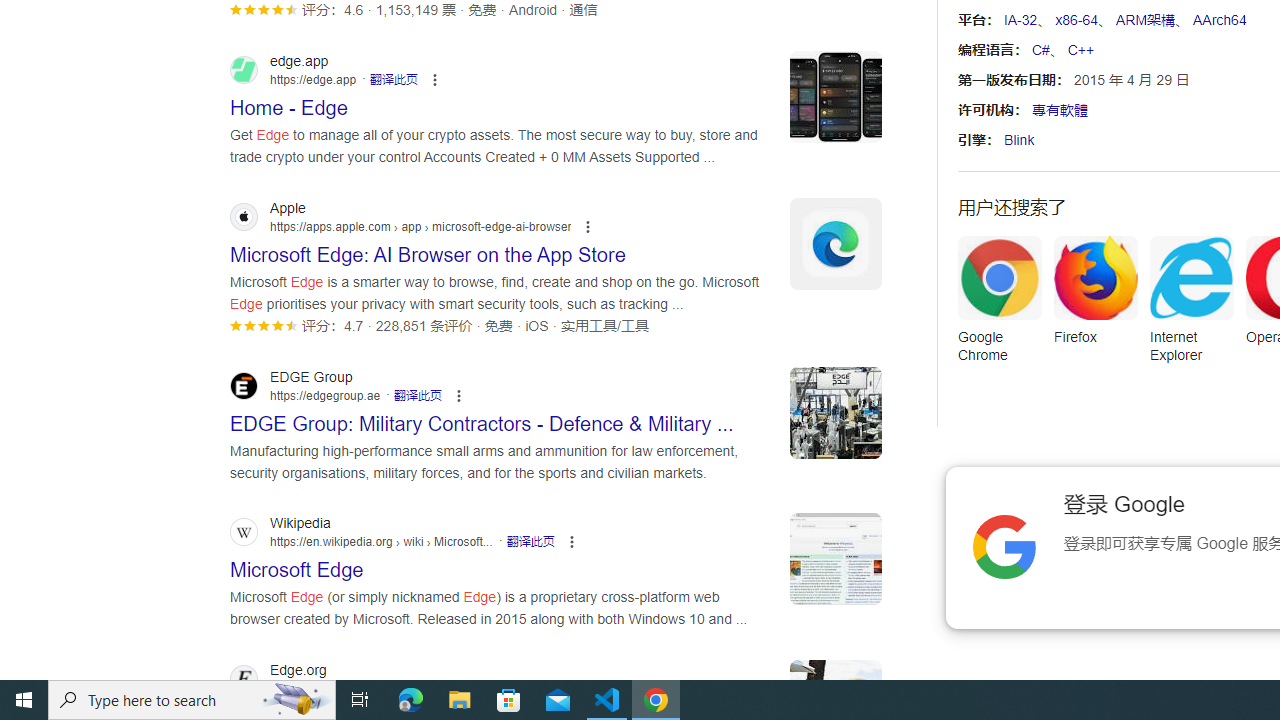 The width and height of the screenshot is (1280, 720). What do you see at coordinates (1019, 139) in the screenshot?
I see `'Blink'` at bounding box center [1019, 139].